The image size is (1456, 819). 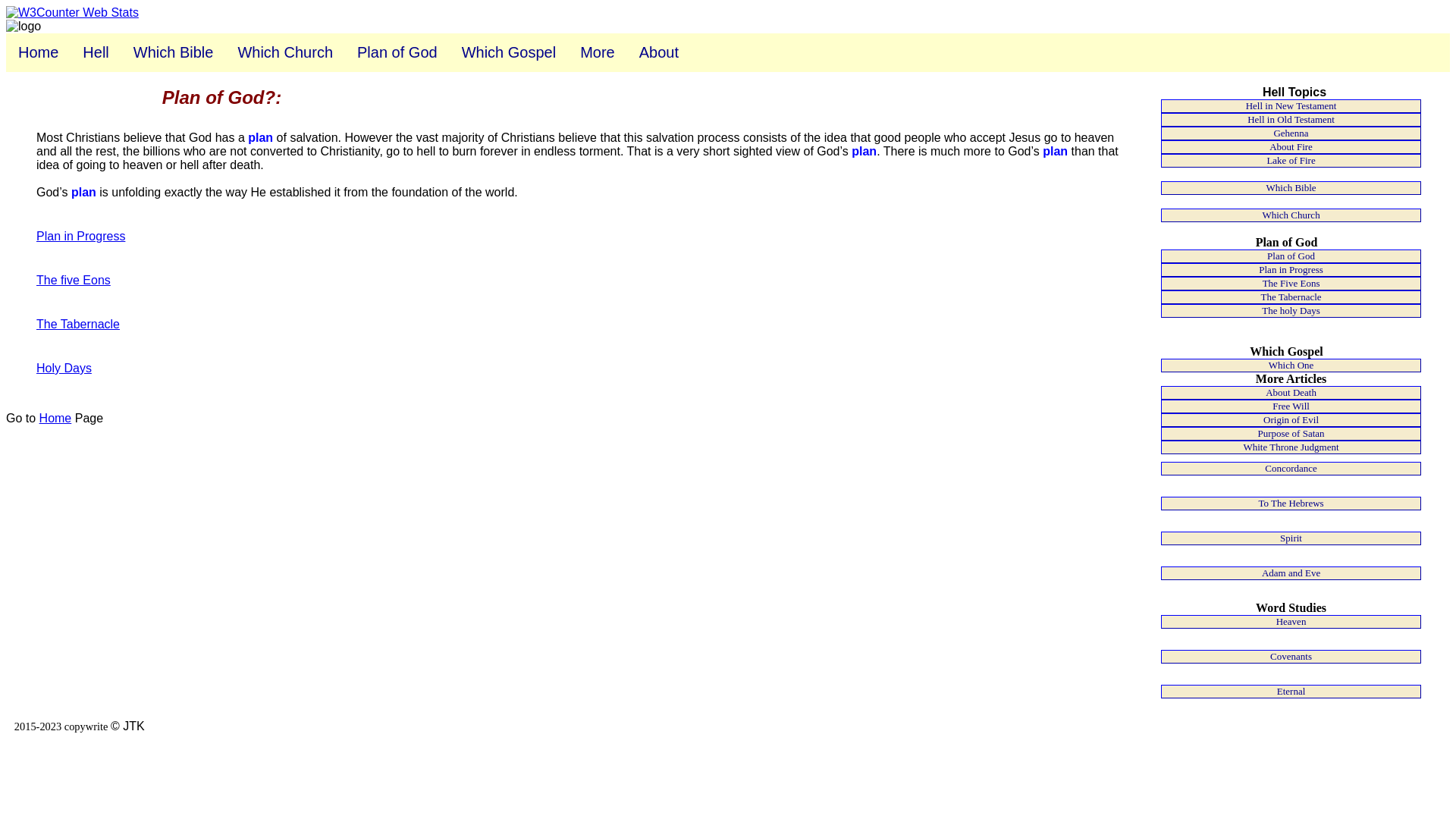 I want to click on 'Spirit', so click(x=1290, y=537).